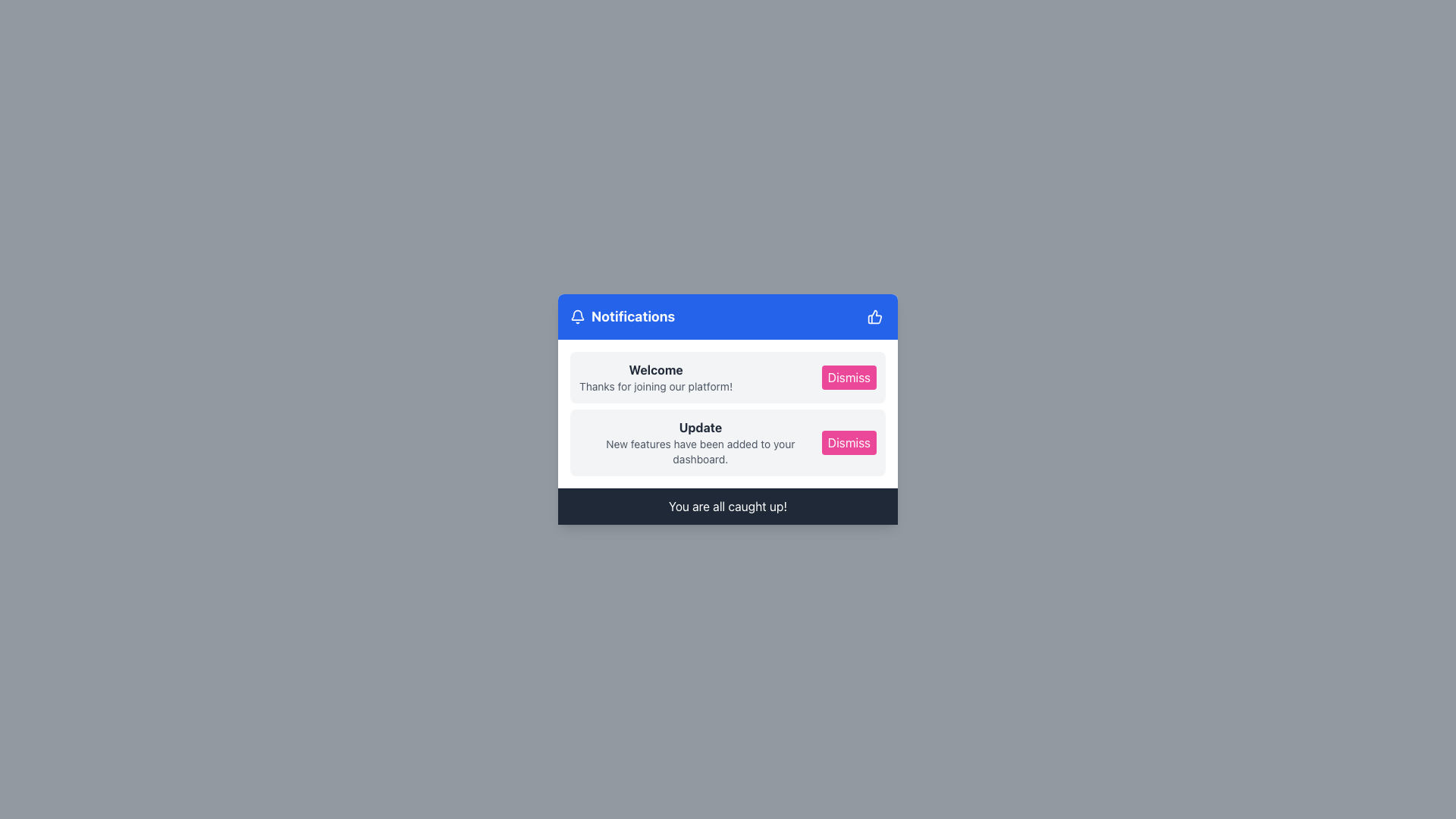  Describe the element at coordinates (874, 315) in the screenshot. I see `the thumbs-up icon button located in the top-right corner of the notification panel to approve or like something` at that location.